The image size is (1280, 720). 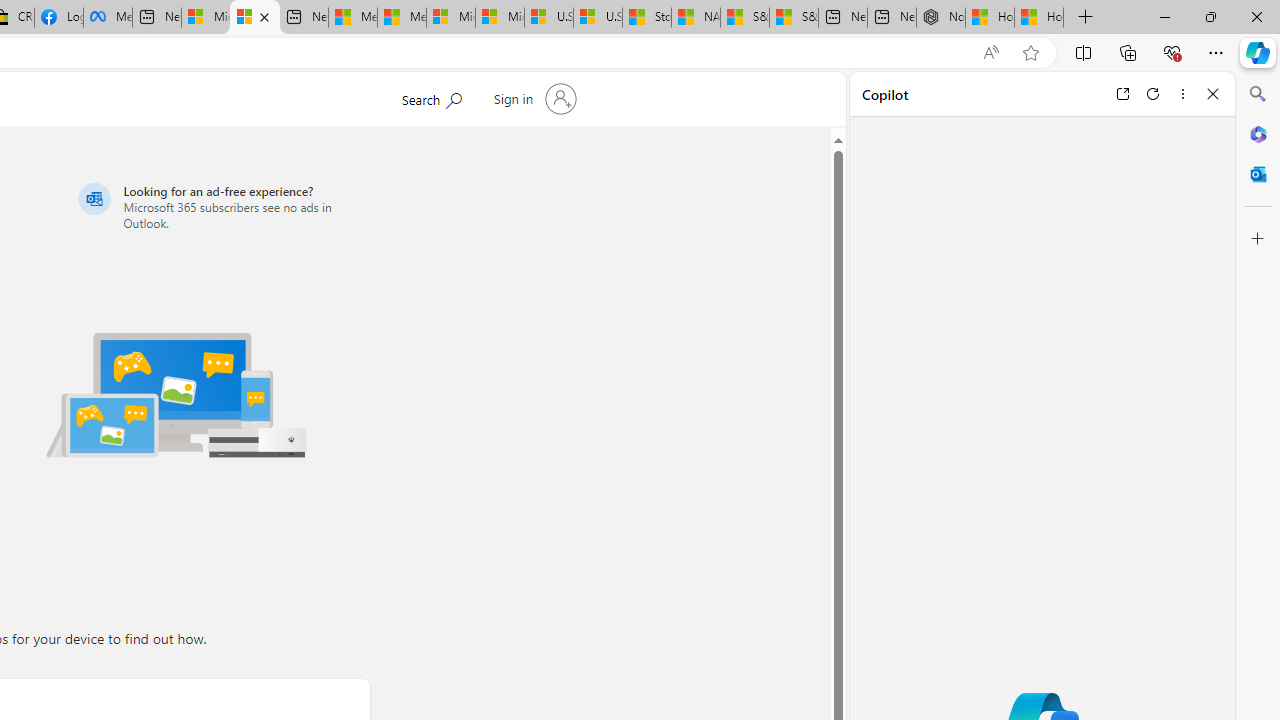 I want to click on 'Sign in to your account', so click(x=533, y=99).